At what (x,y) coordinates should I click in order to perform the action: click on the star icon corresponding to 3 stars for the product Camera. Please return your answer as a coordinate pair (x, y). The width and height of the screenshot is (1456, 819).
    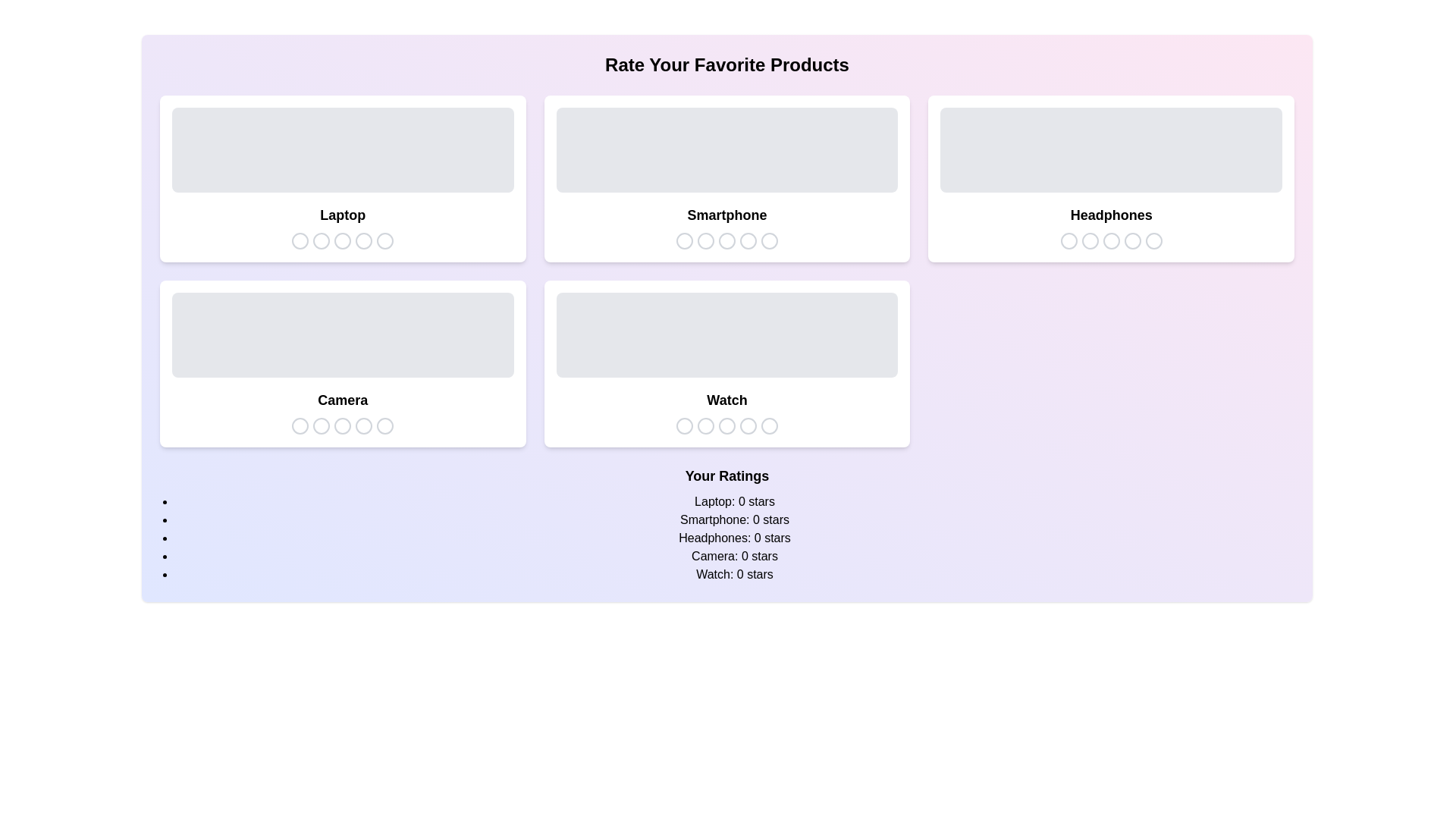
    Looking at the image, I should click on (341, 426).